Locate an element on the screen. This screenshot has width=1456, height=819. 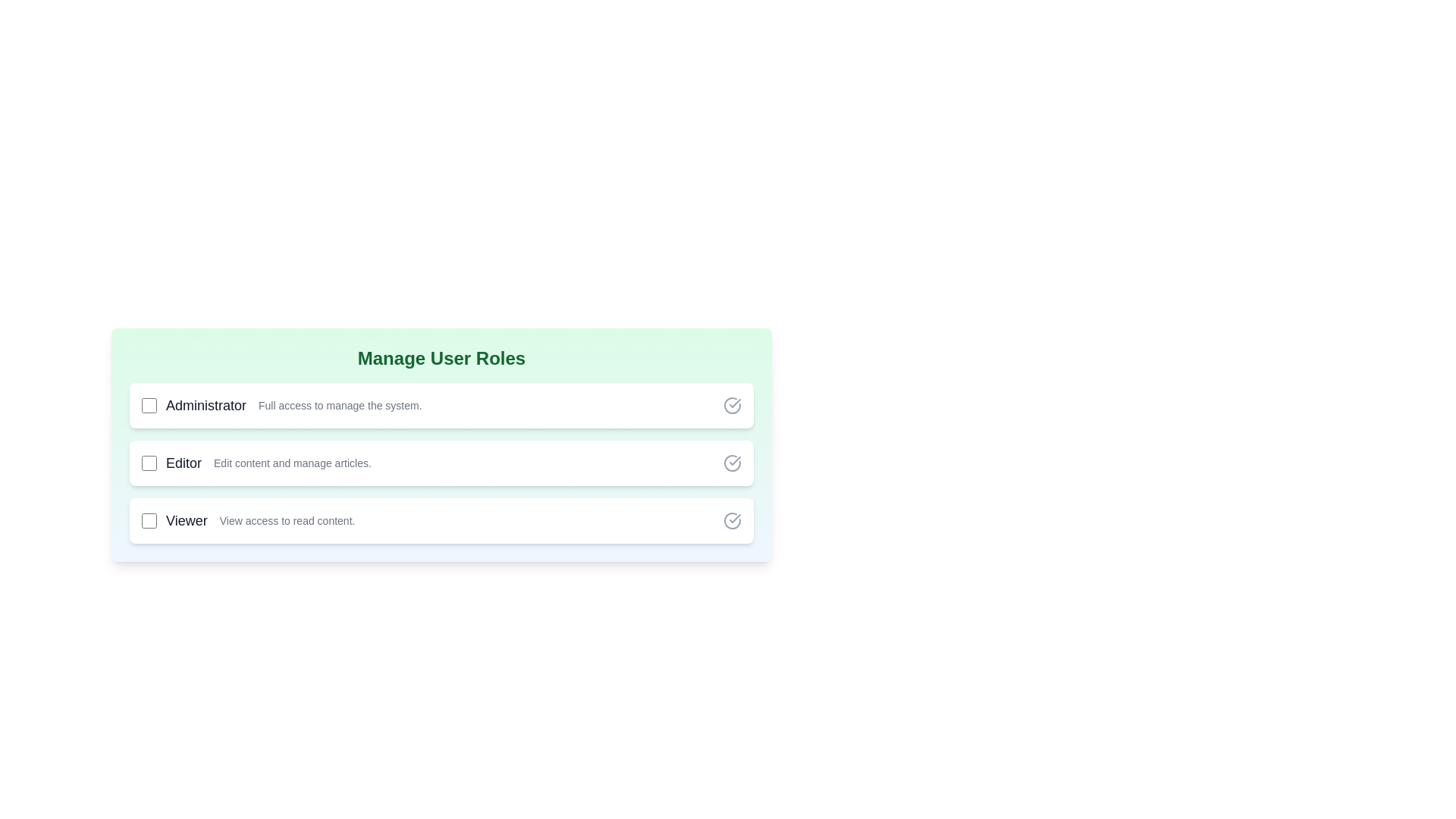
the text of the role Viewer to highlight it is located at coordinates (185, 519).